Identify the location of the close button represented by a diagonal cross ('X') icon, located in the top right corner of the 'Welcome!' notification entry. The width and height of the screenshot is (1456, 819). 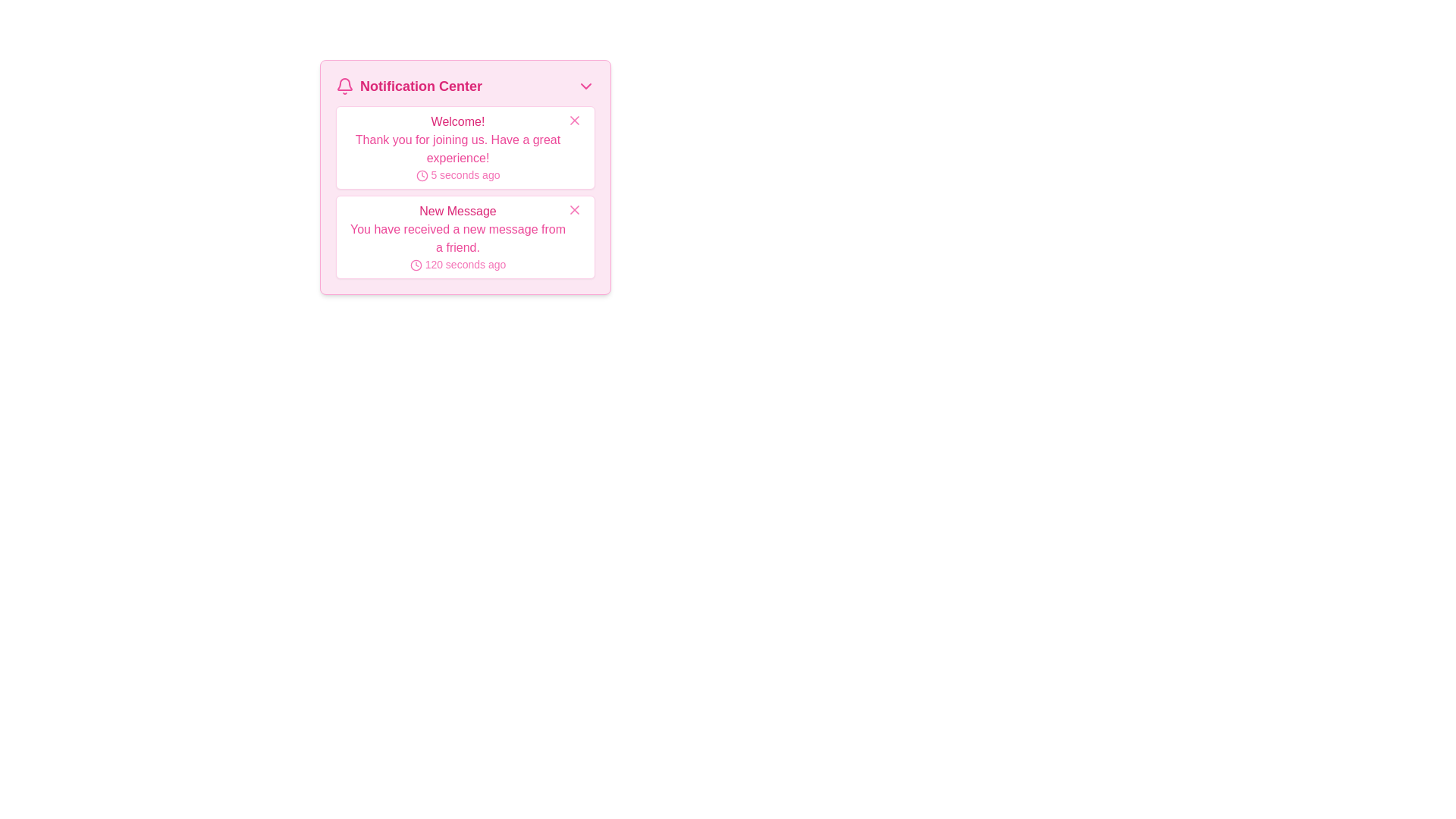
(574, 119).